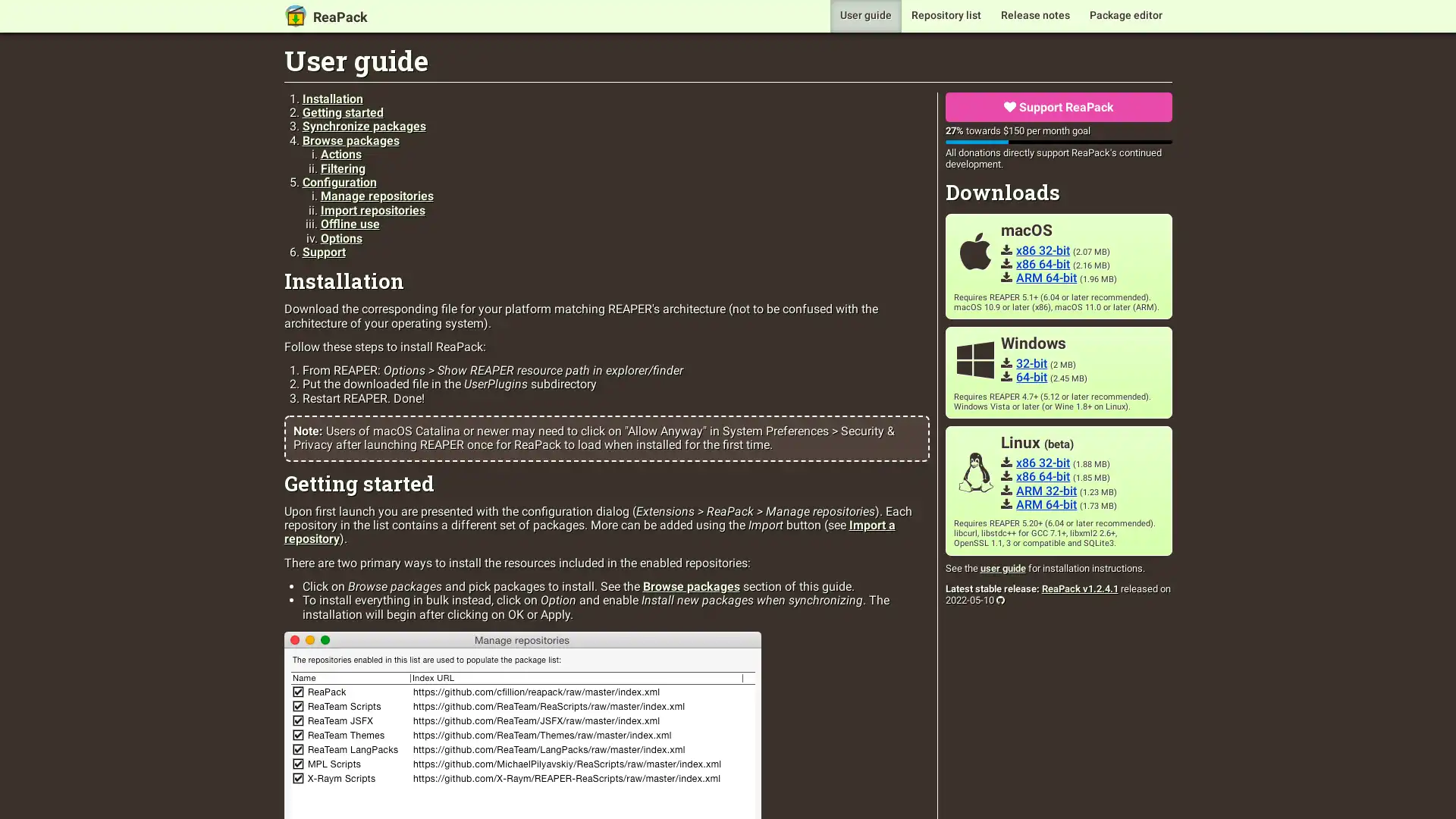  Describe the element at coordinates (1057, 105) in the screenshot. I see `Support ReaPack` at that location.